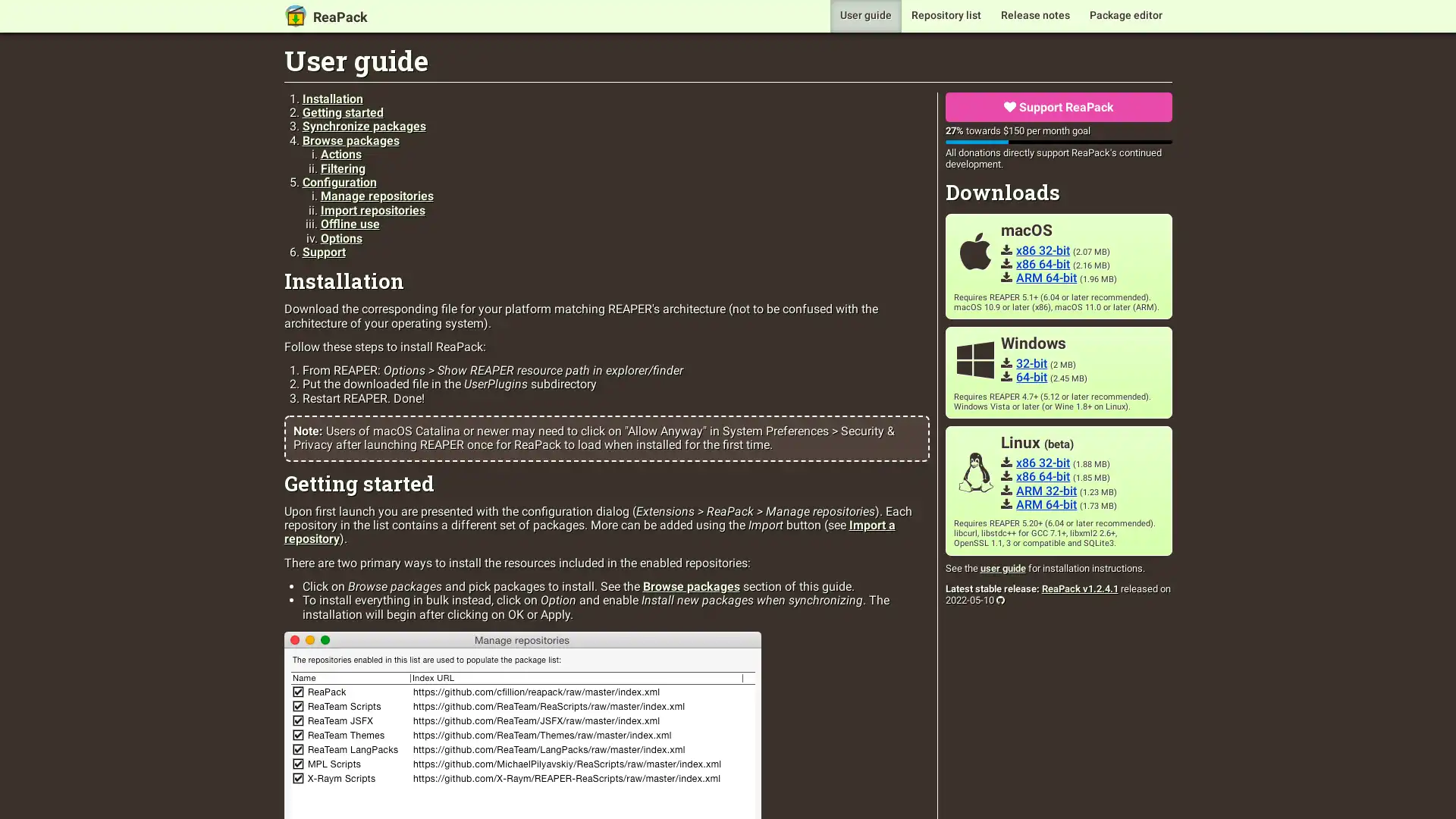  Describe the element at coordinates (1057, 105) in the screenshot. I see `Support ReaPack` at that location.